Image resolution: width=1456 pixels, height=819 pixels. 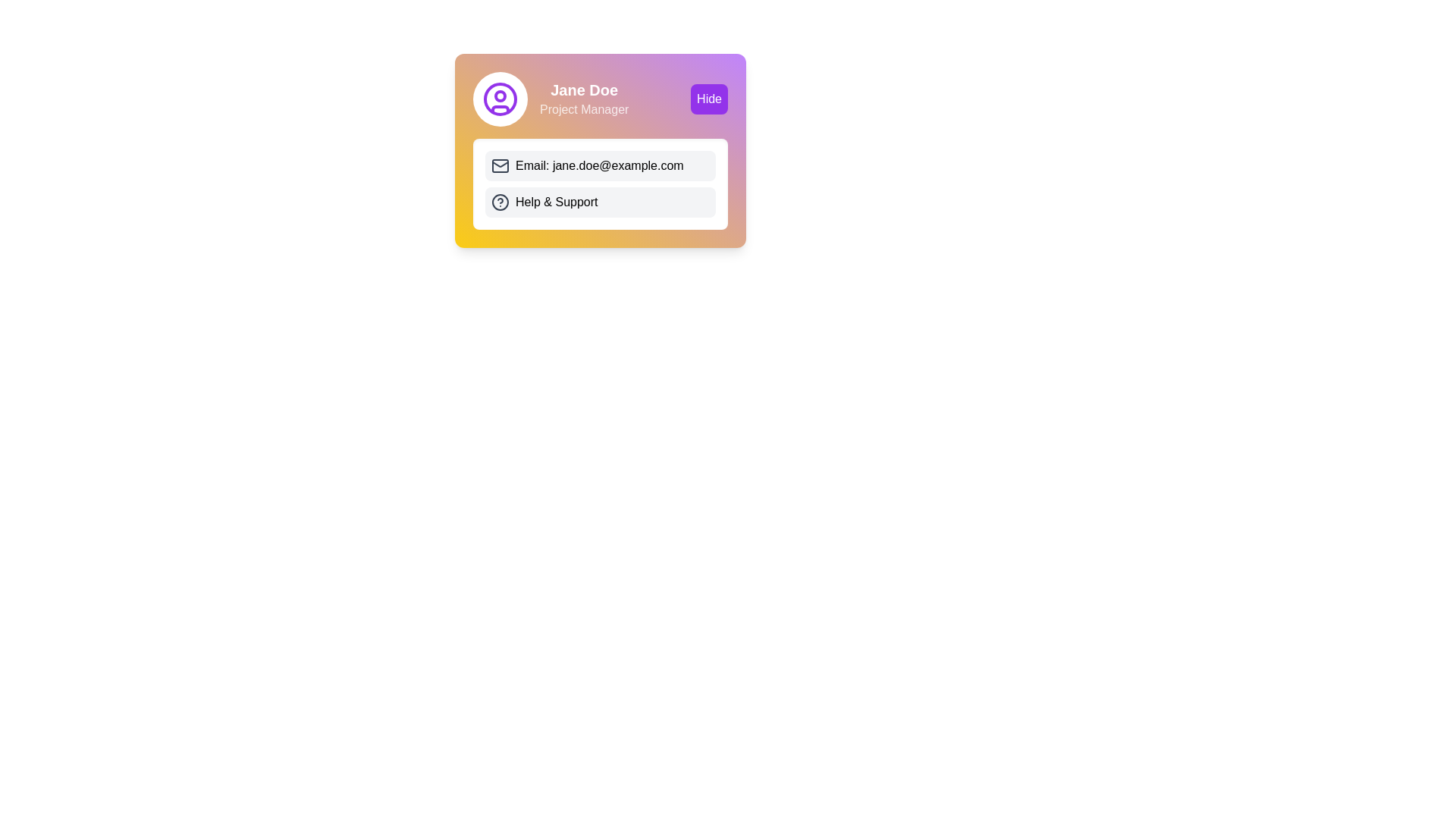 I want to click on the interactive button labeled 'Email: jane.doe@example.com', so click(x=600, y=166).